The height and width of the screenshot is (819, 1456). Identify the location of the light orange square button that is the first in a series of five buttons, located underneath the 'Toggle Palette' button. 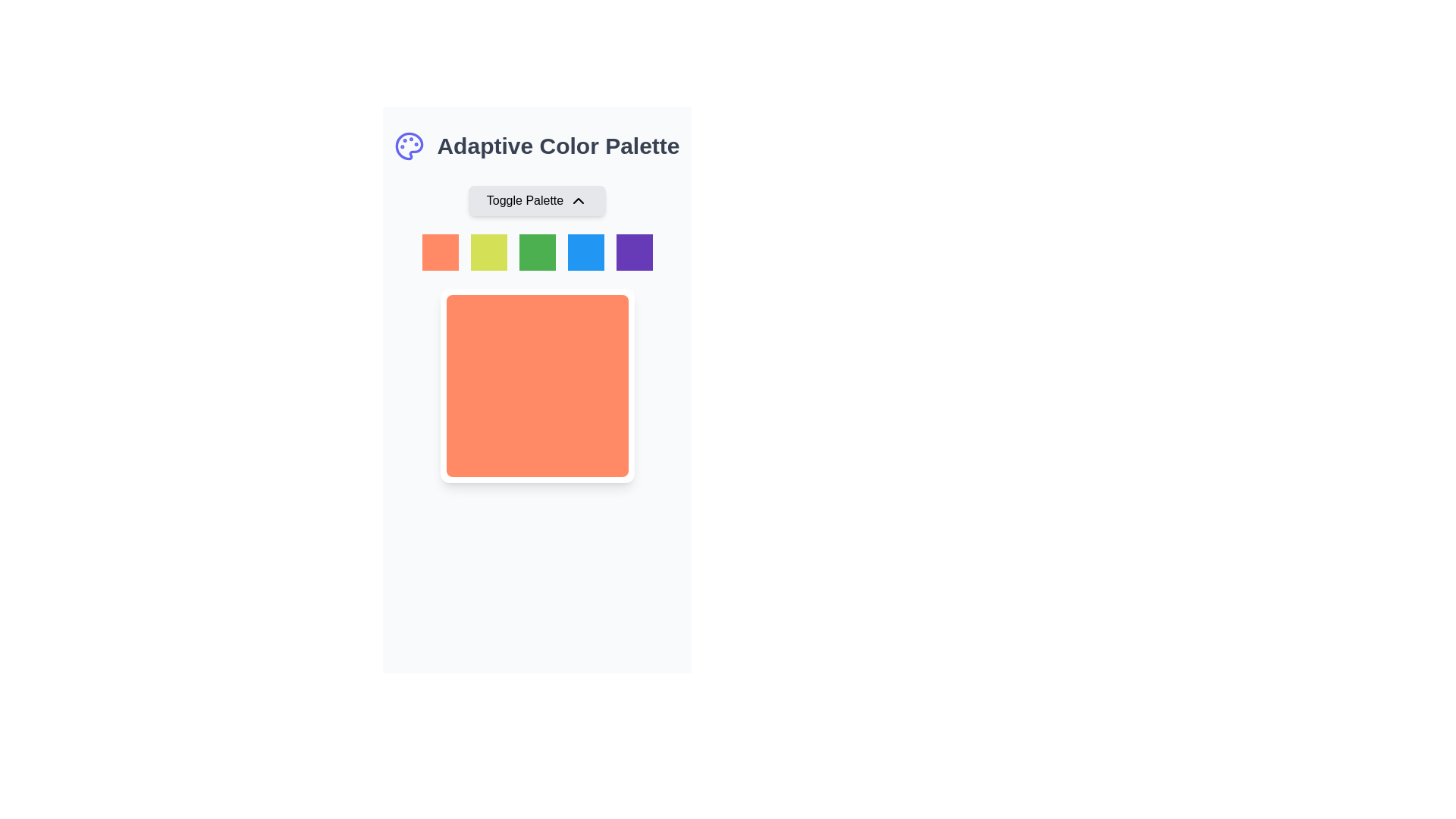
(439, 251).